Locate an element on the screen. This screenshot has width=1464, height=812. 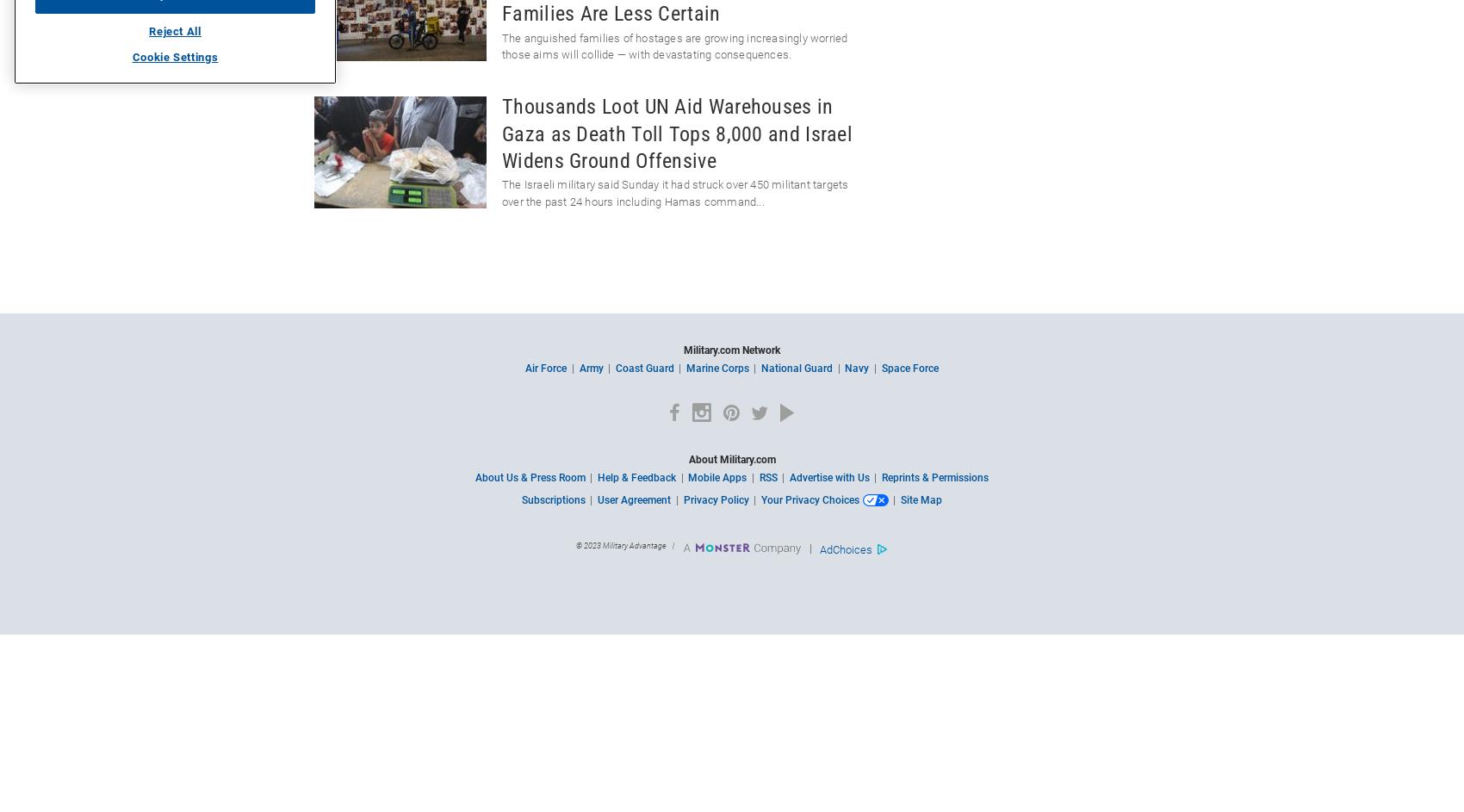
'RSS' is located at coordinates (758, 477).